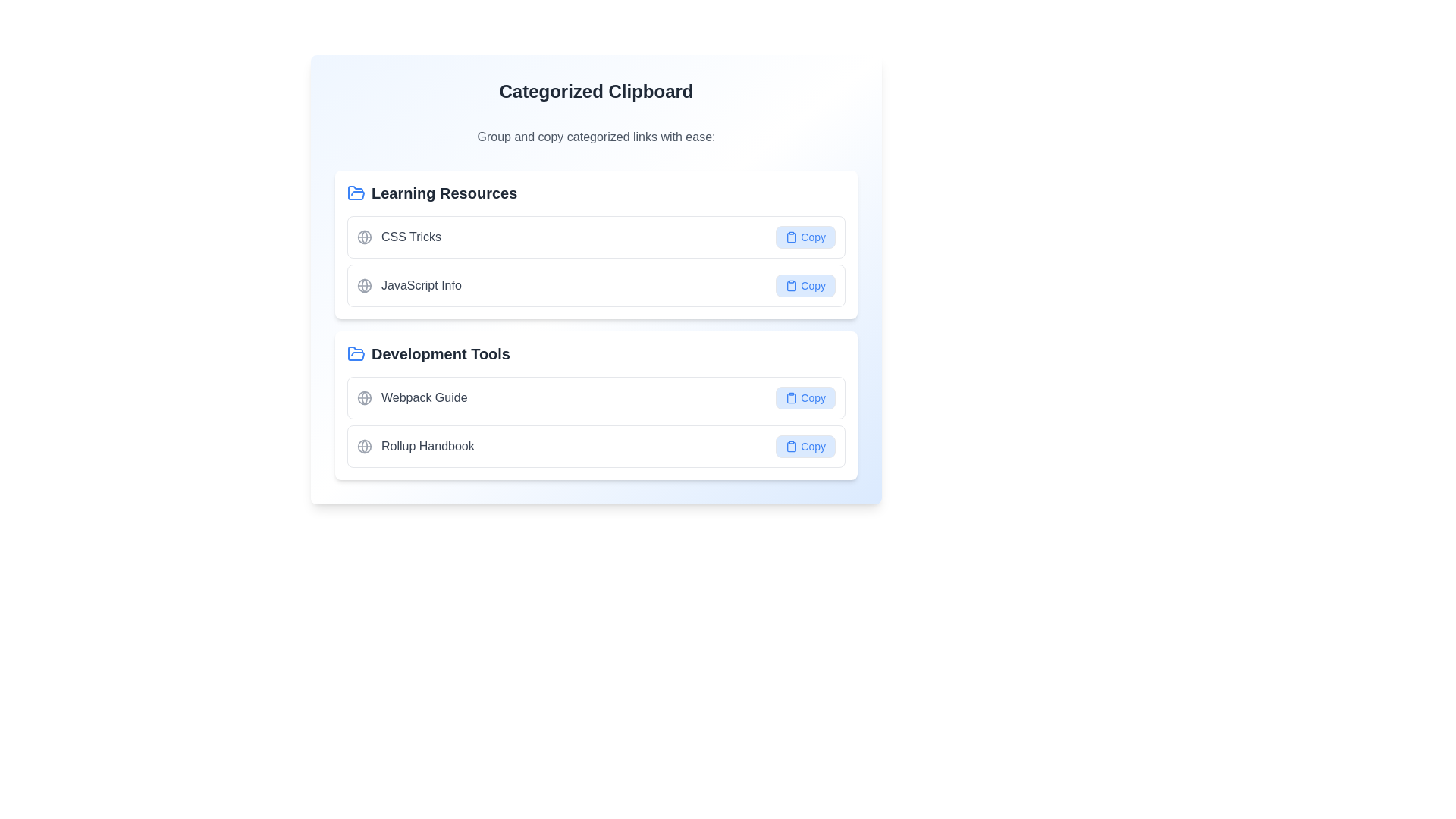 The height and width of the screenshot is (819, 1456). I want to click on the clipboard icon located to the left of the 'Copy' text label in the last entry of the 'Development Tools' section, so click(791, 397).